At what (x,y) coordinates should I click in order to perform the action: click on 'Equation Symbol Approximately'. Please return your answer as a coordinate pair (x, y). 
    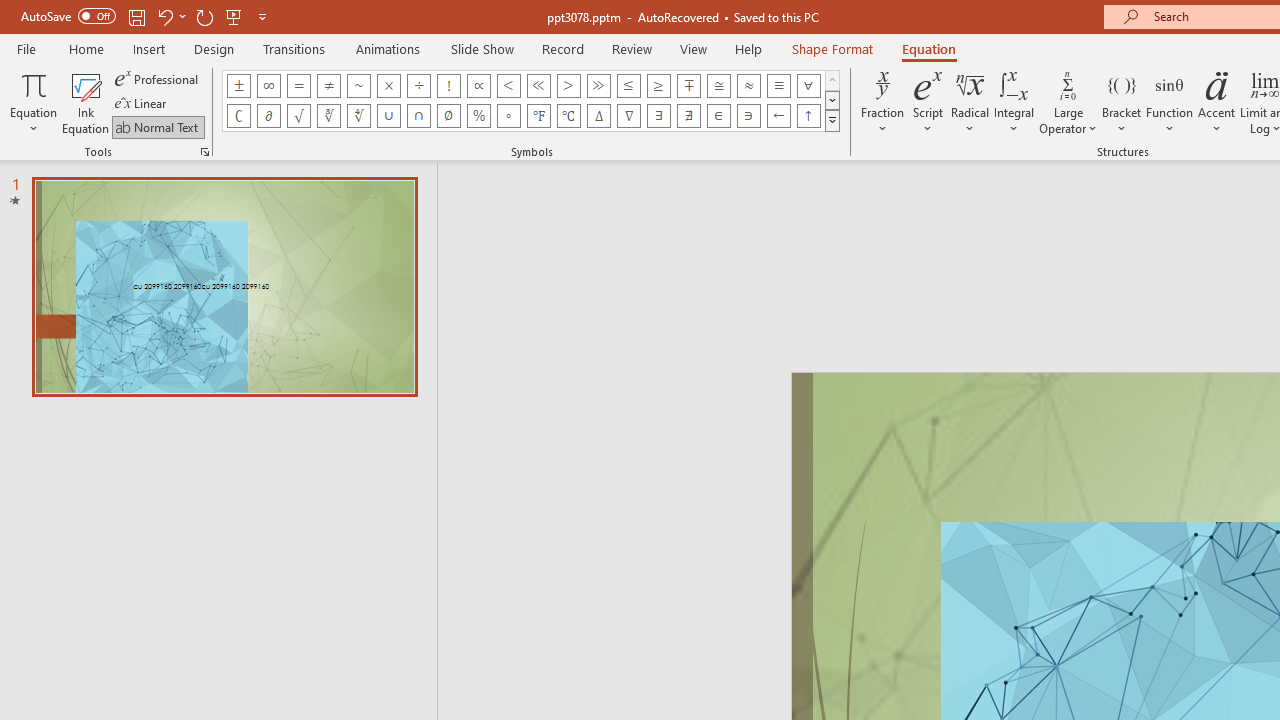
    Looking at the image, I should click on (359, 85).